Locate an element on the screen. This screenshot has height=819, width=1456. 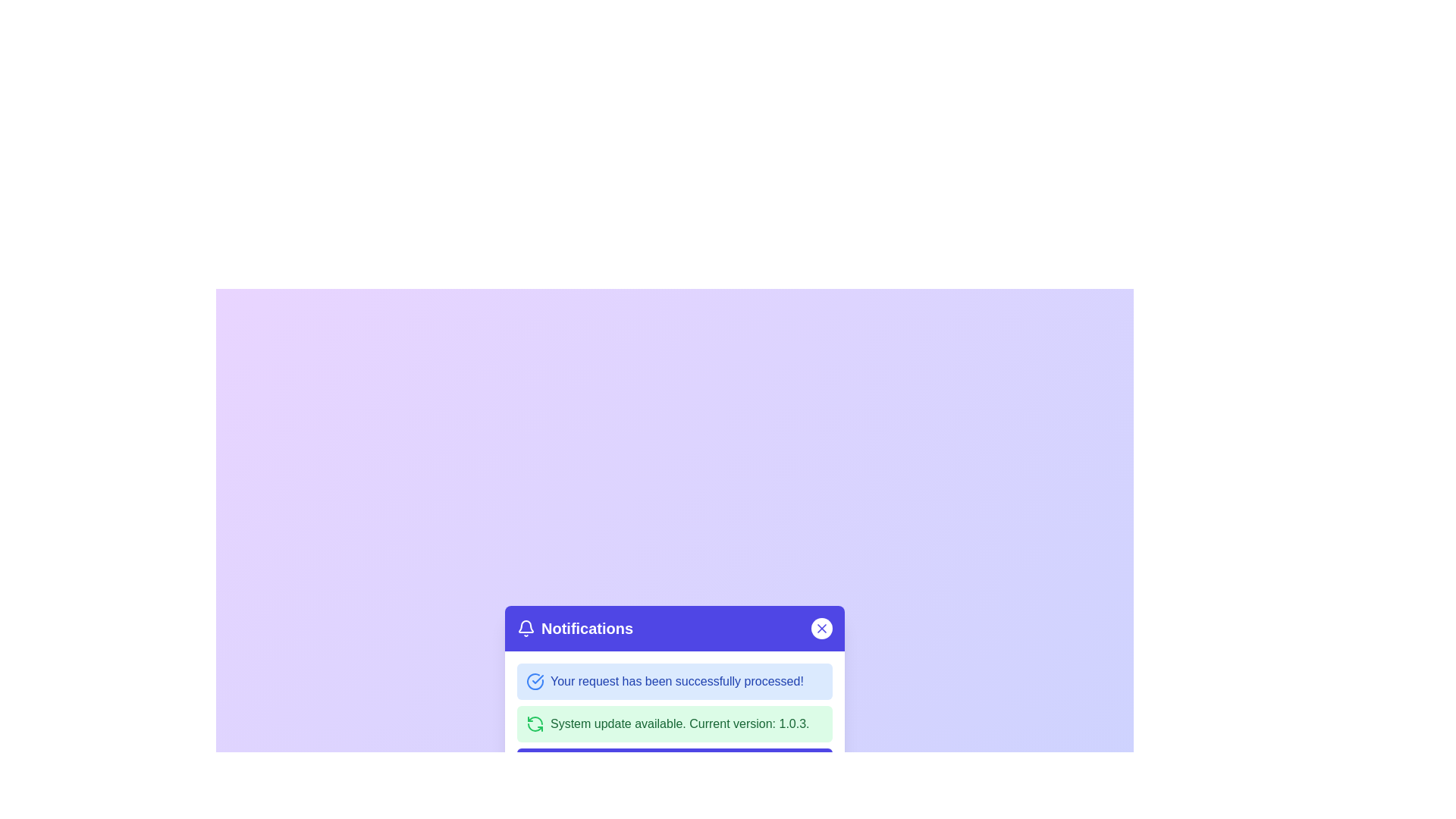
the Text label that serves as a title for the notifications section, located near the top center of the notification box, to trigger the tooltip or interaction is located at coordinates (586, 629).